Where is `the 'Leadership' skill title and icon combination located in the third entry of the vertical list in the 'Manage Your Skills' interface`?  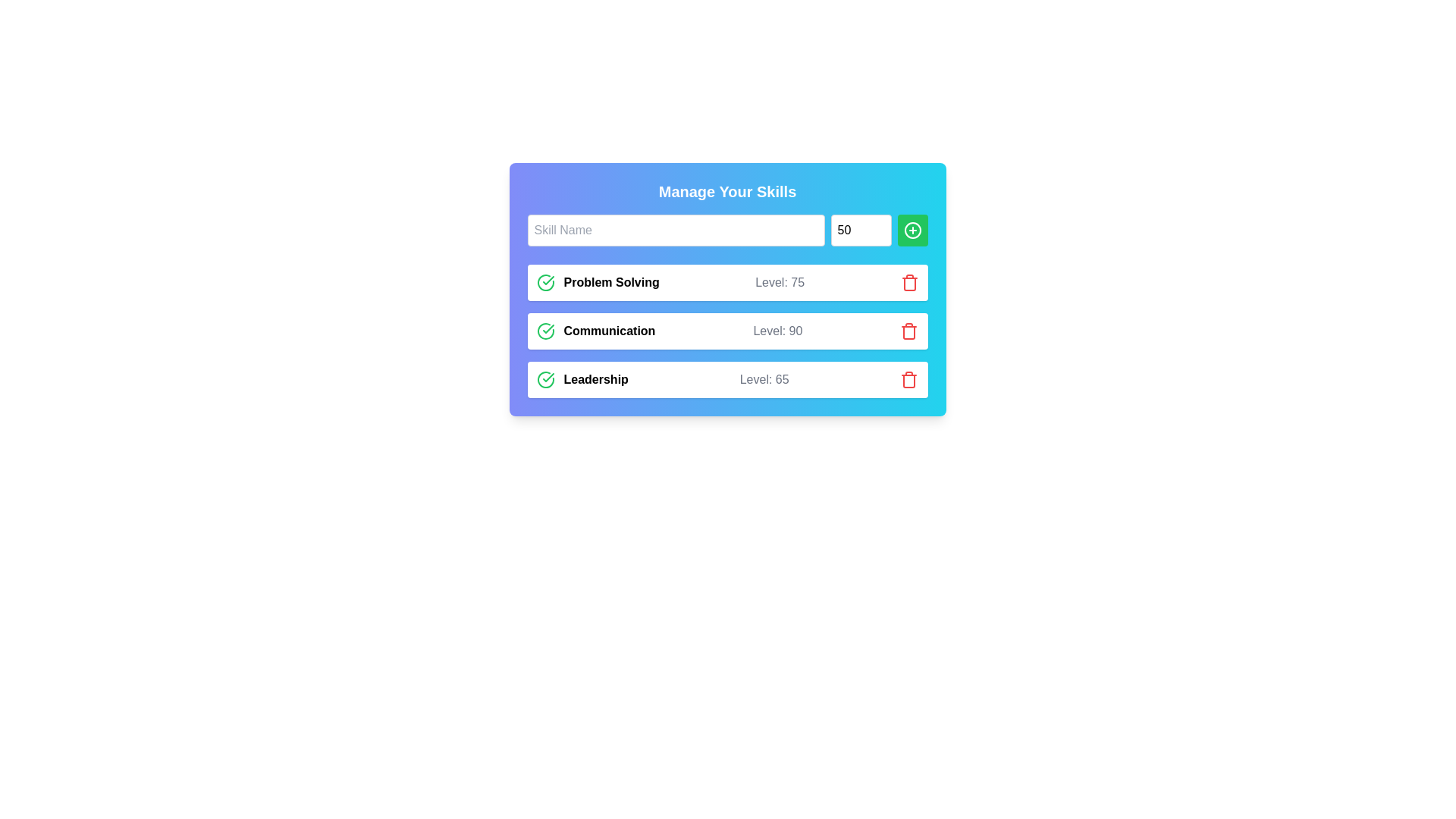
the 'Leadership' skill title and icon combination located in the third entry of the vertical list in the 'Manage Your Skills' interface is located at coordinates (582, 379).